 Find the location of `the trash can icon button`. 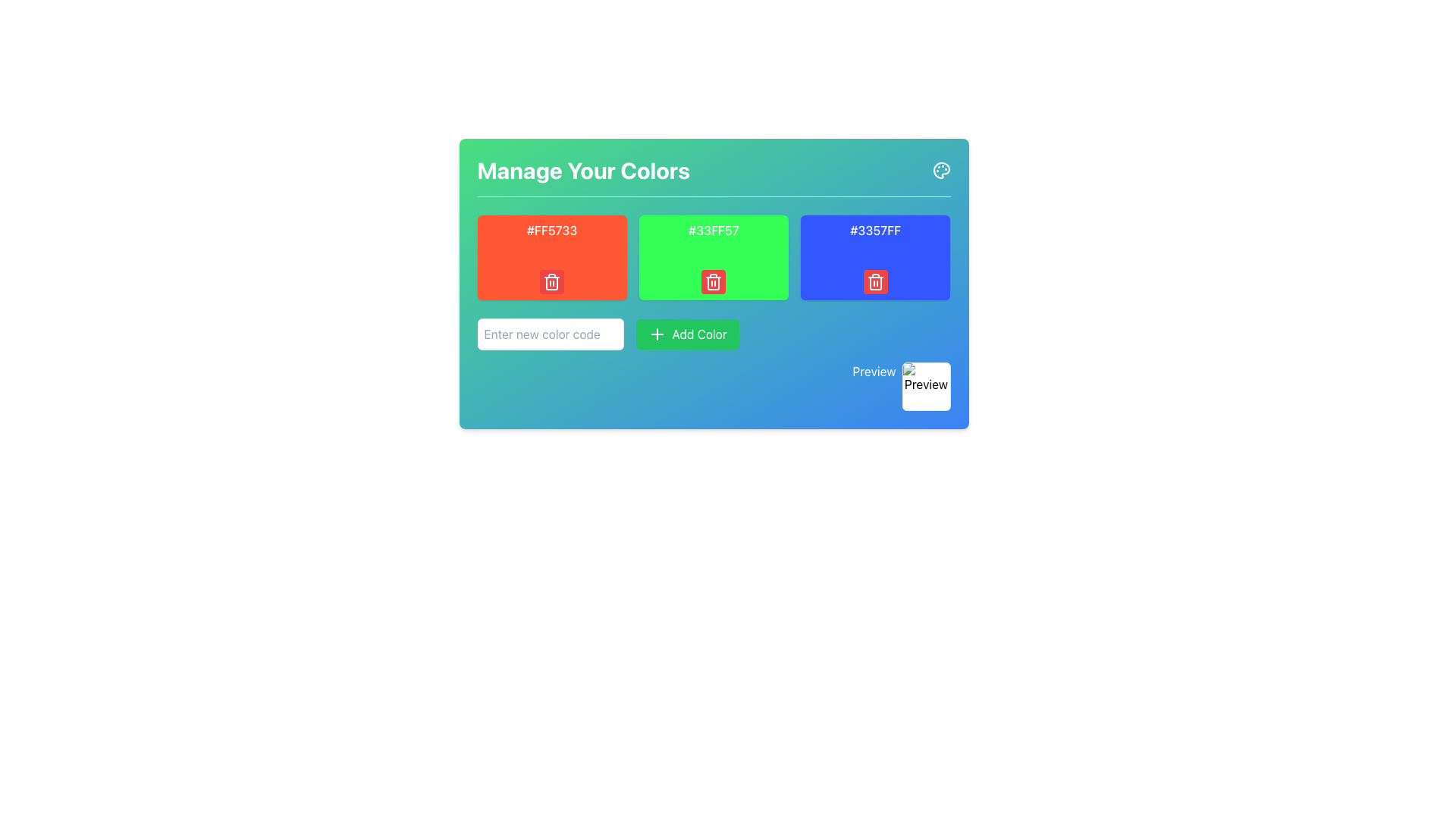

the trash can icon button is located at coordinates (551, 281).